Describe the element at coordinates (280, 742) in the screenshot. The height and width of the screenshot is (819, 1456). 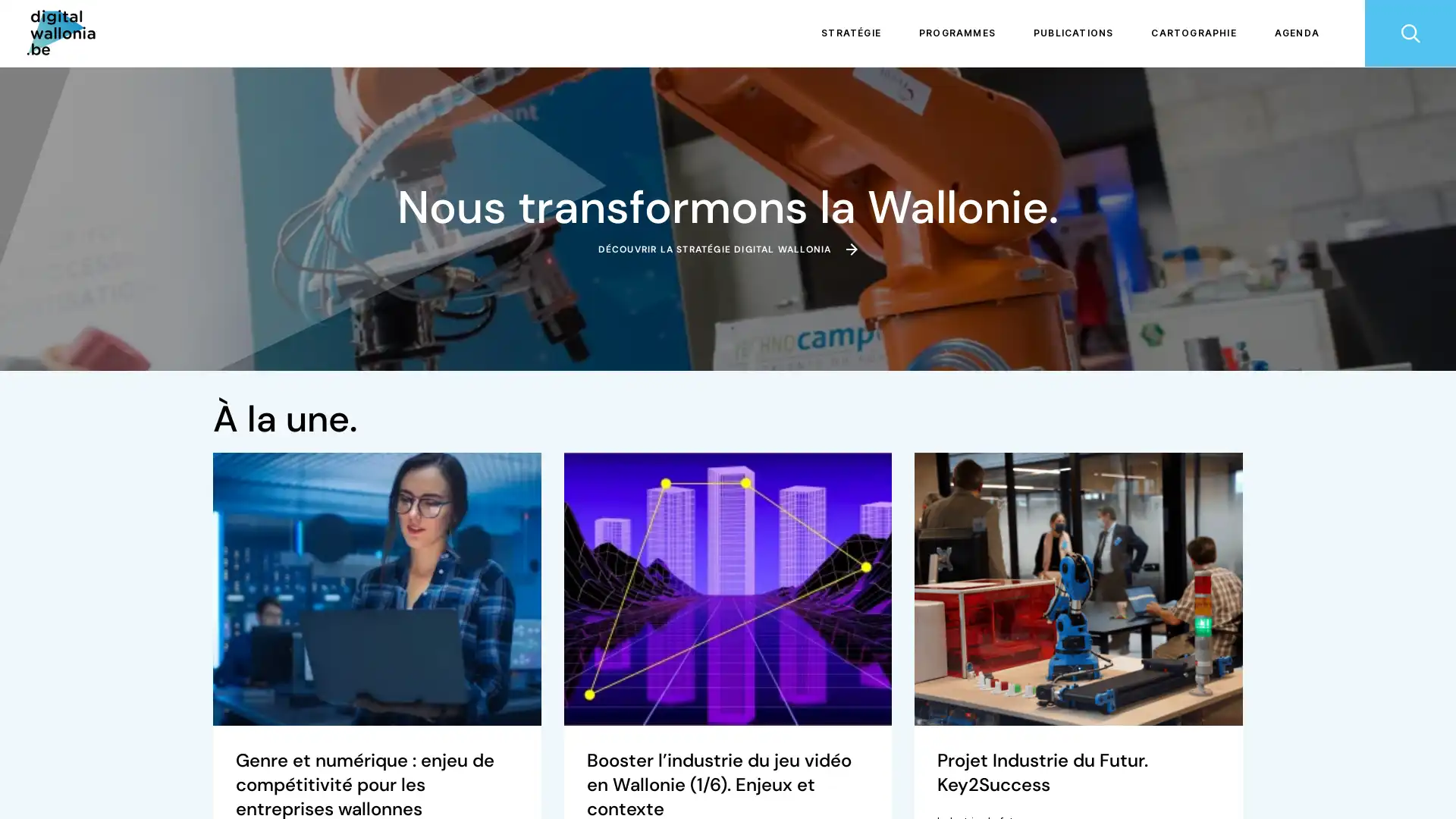
I see `OK pour moi` at that location.